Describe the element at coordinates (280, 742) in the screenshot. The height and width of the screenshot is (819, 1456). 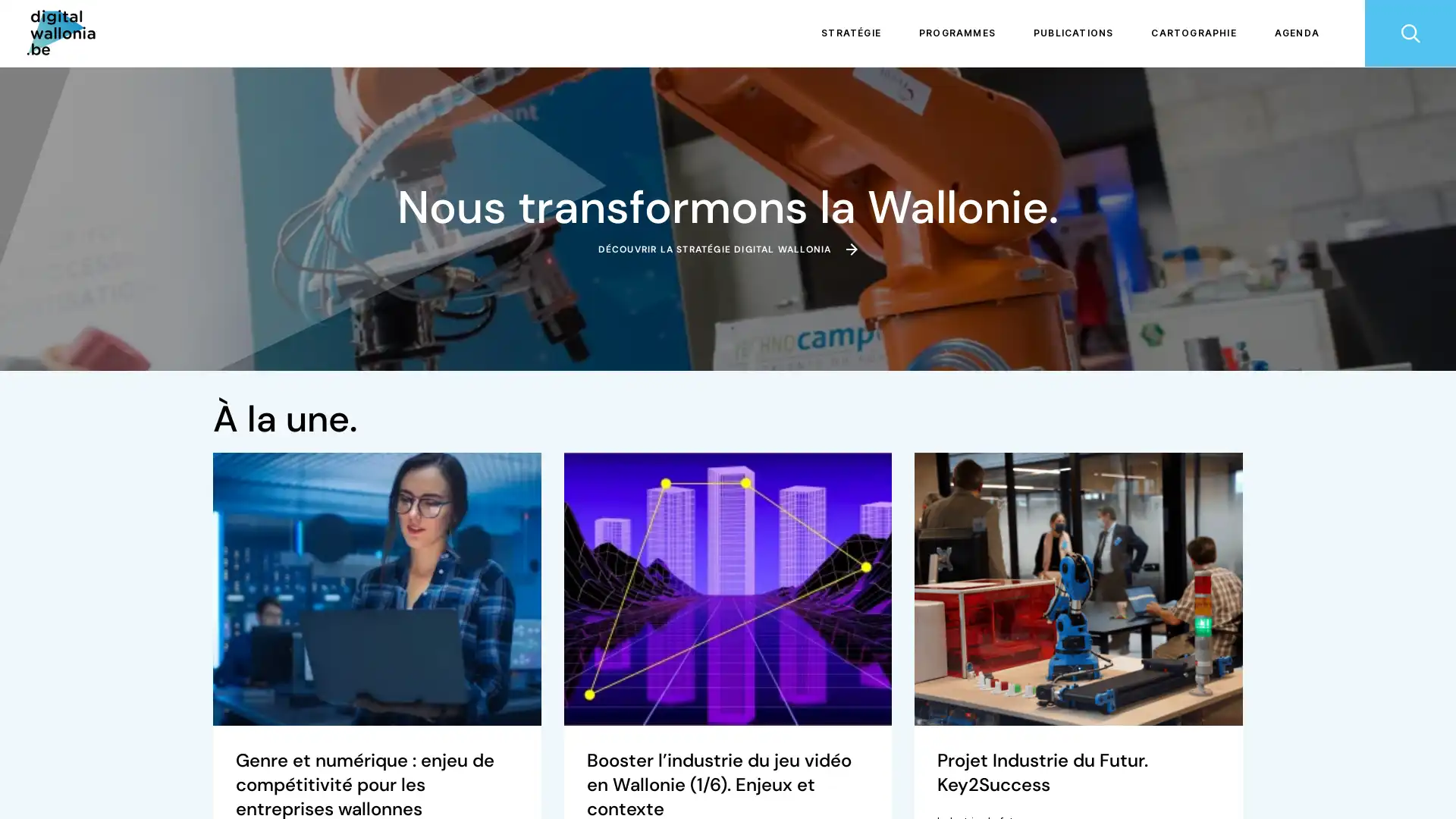
I see `OK pour moi` at that location.